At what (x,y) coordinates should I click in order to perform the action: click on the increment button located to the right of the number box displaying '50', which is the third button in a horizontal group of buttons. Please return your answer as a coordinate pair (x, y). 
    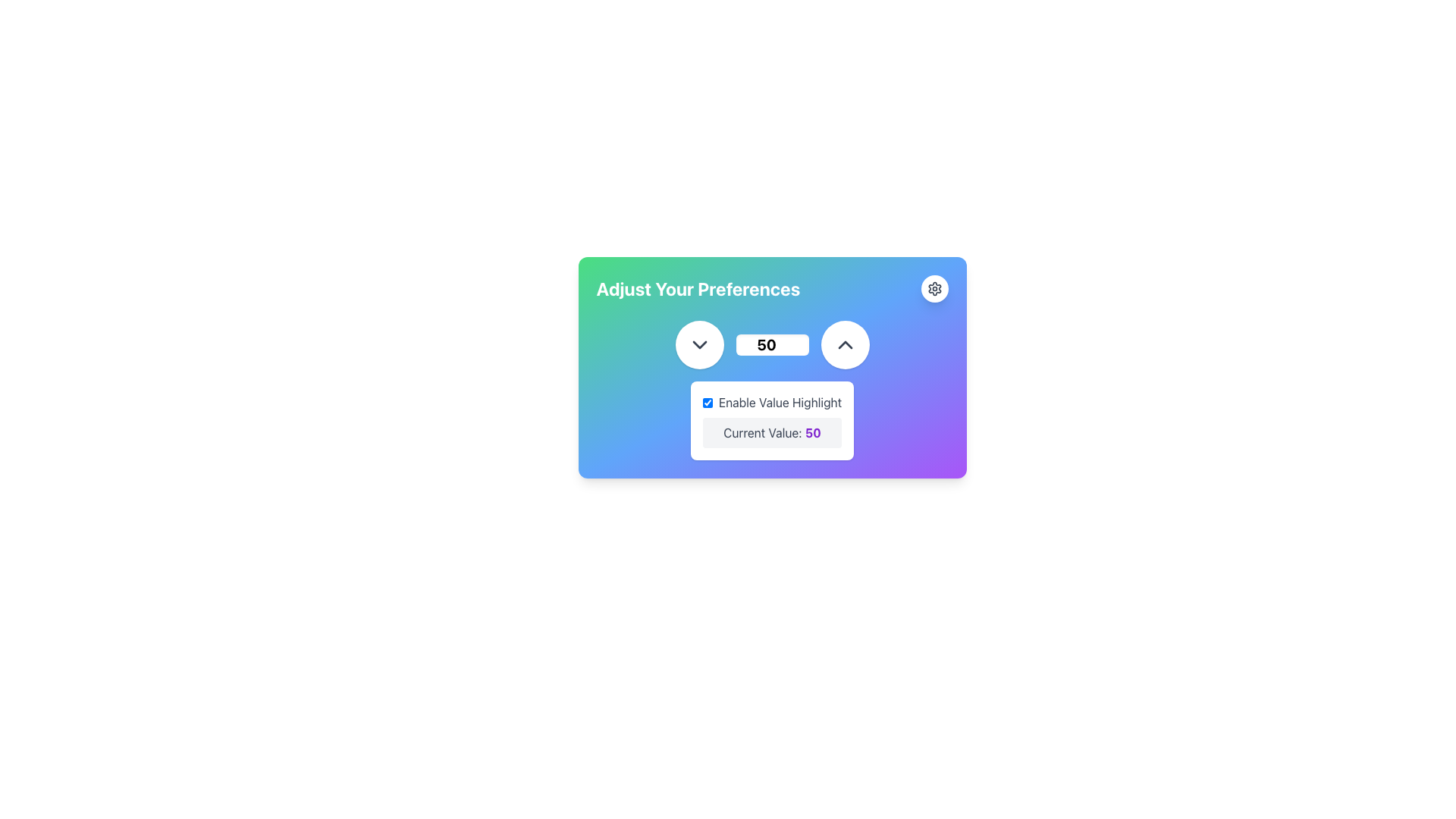
    Looking at the image, I should click on (844, 345).